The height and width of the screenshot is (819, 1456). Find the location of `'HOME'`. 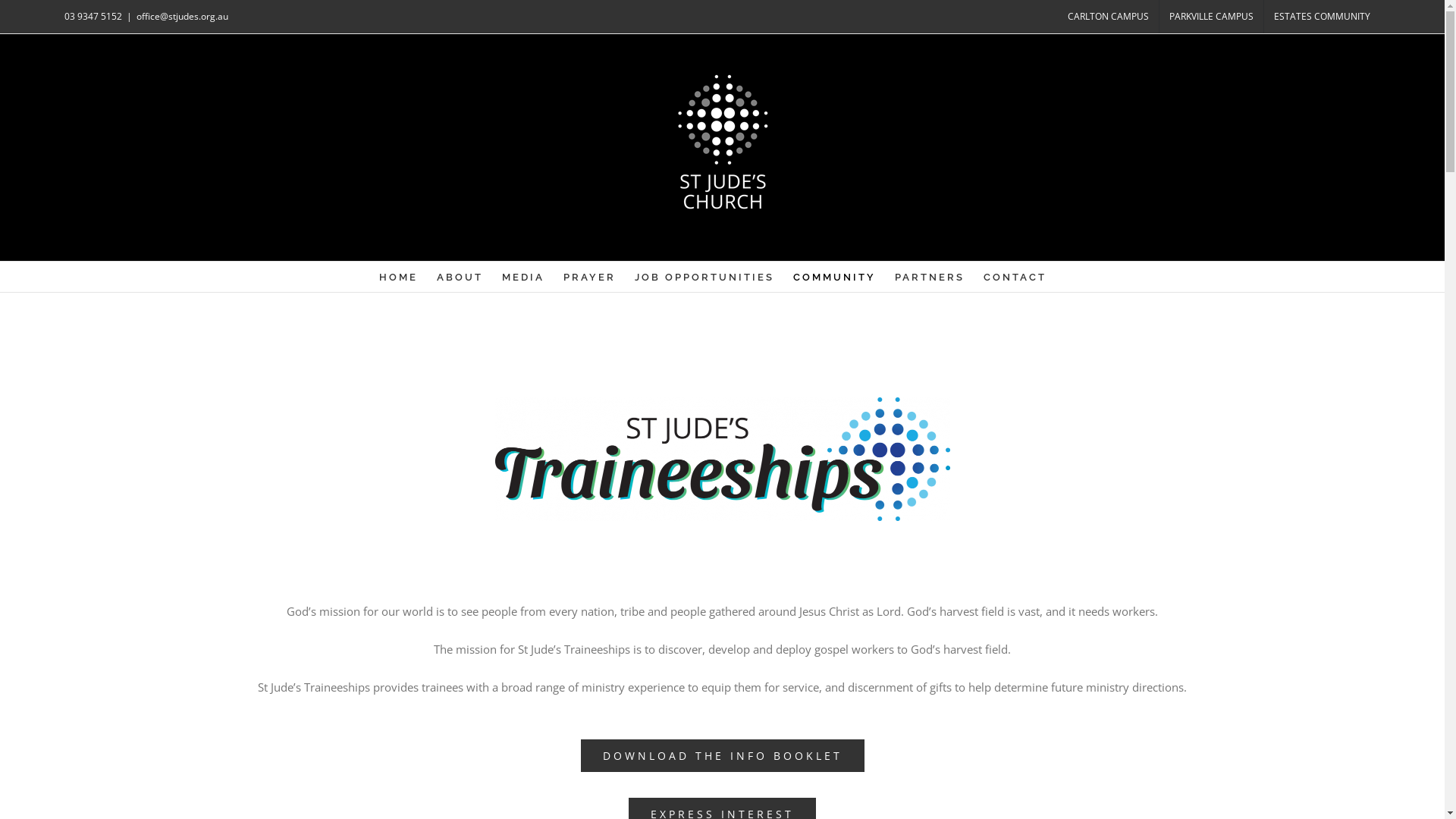

'HOME' is located at coordinates (398, 277).